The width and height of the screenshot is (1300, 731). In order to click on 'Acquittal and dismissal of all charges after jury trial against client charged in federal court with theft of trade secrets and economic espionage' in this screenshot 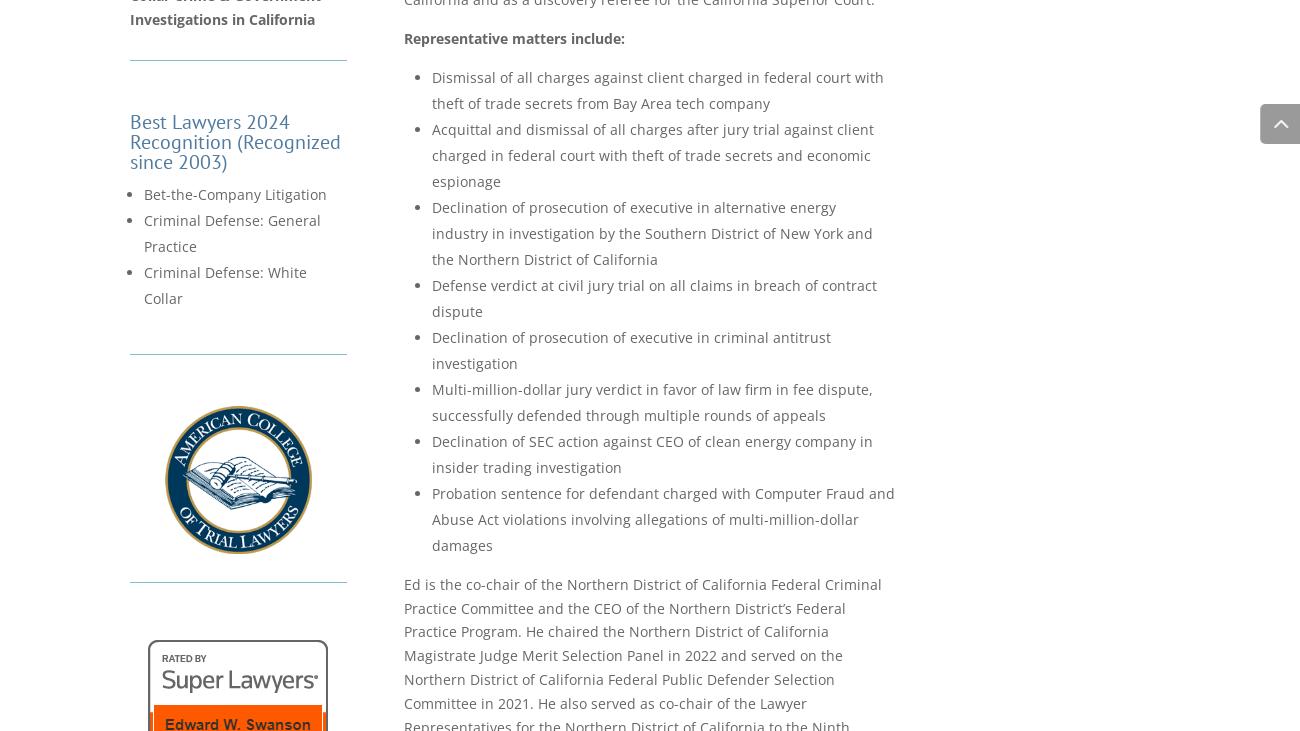, I will do `click(651, 154)`.